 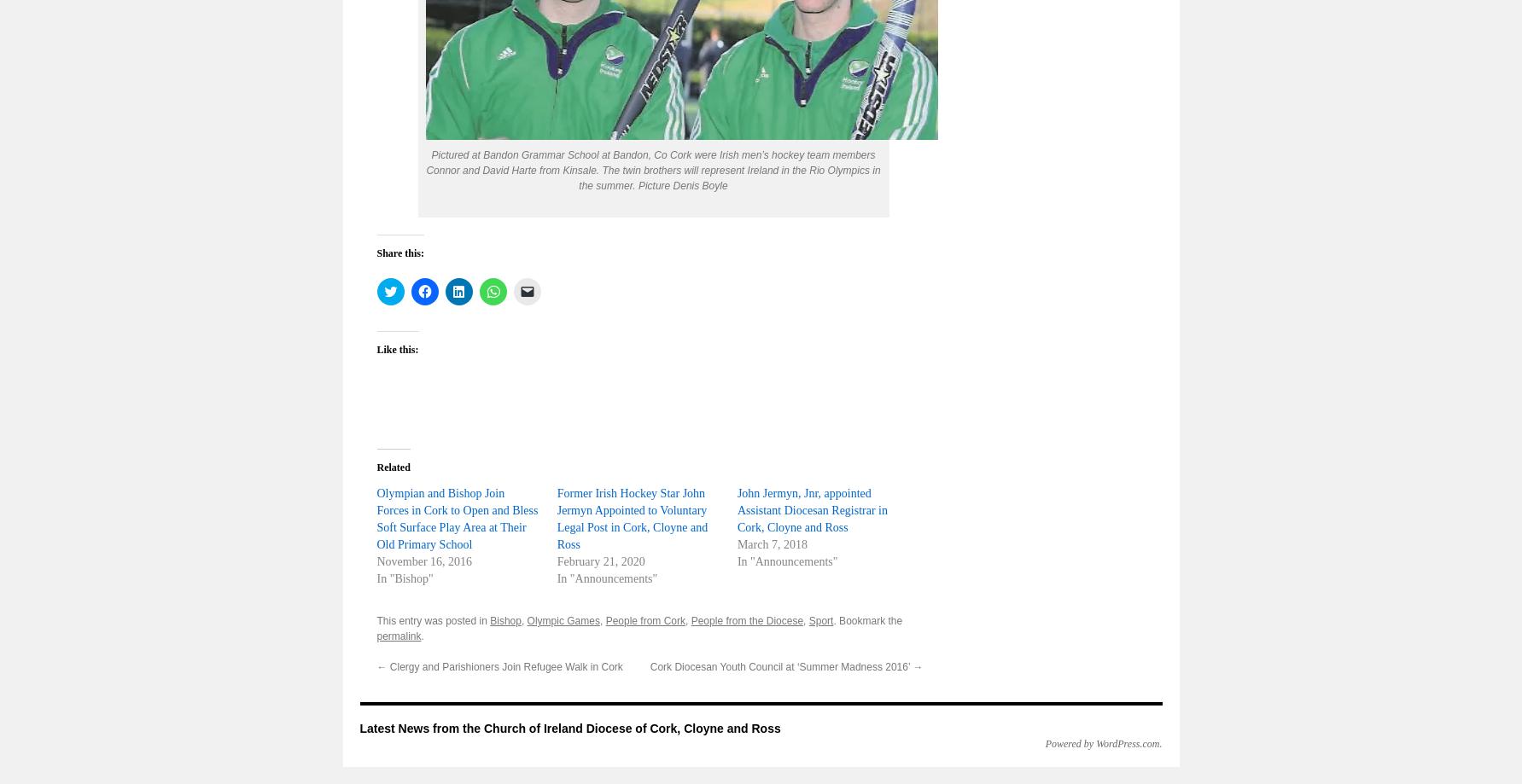 I want to click on 'Bishop', so click(x=504, y=620).